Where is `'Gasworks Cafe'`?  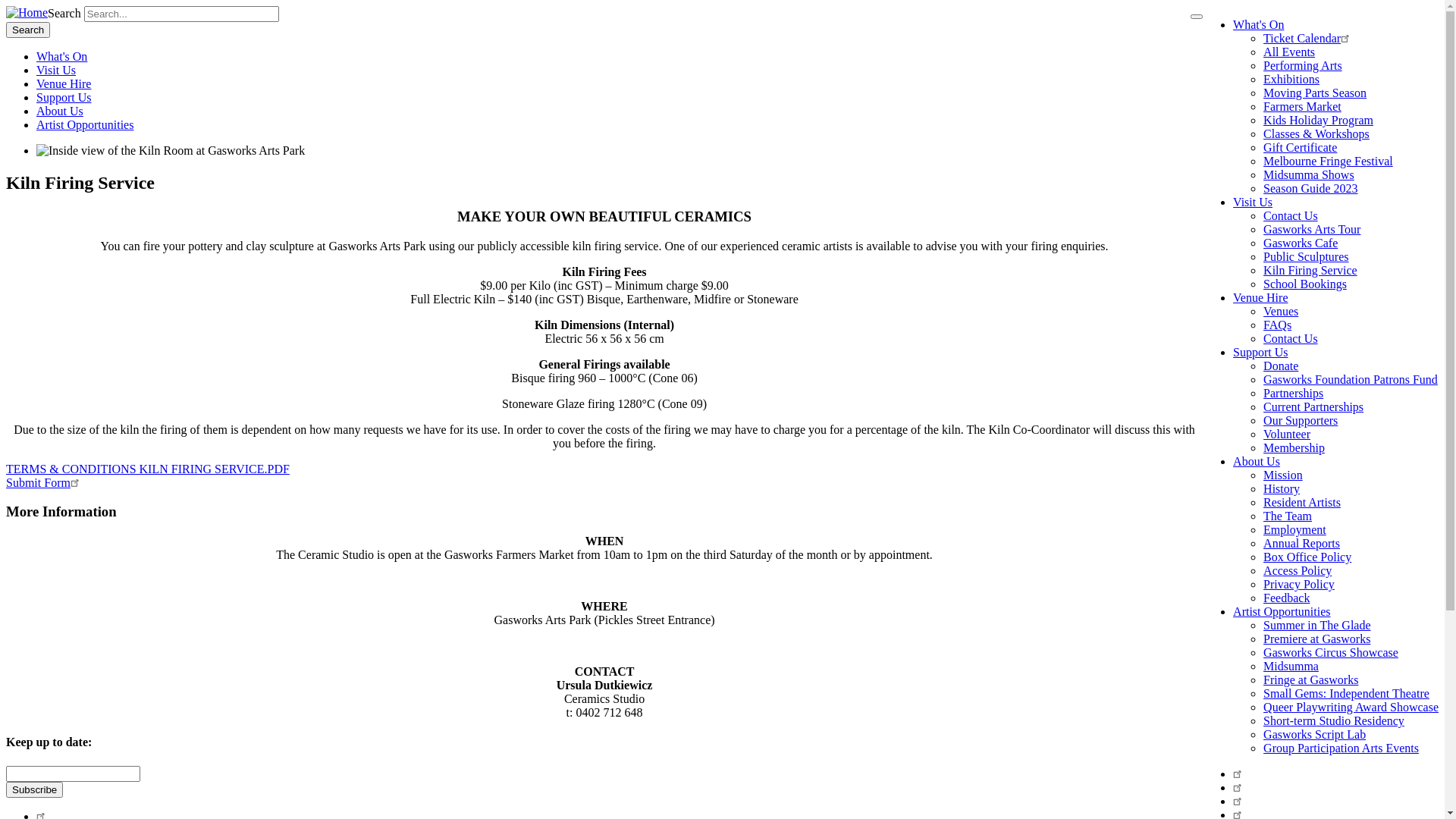 'Gasworks Cafe' is located at coordinates (1299, 242).